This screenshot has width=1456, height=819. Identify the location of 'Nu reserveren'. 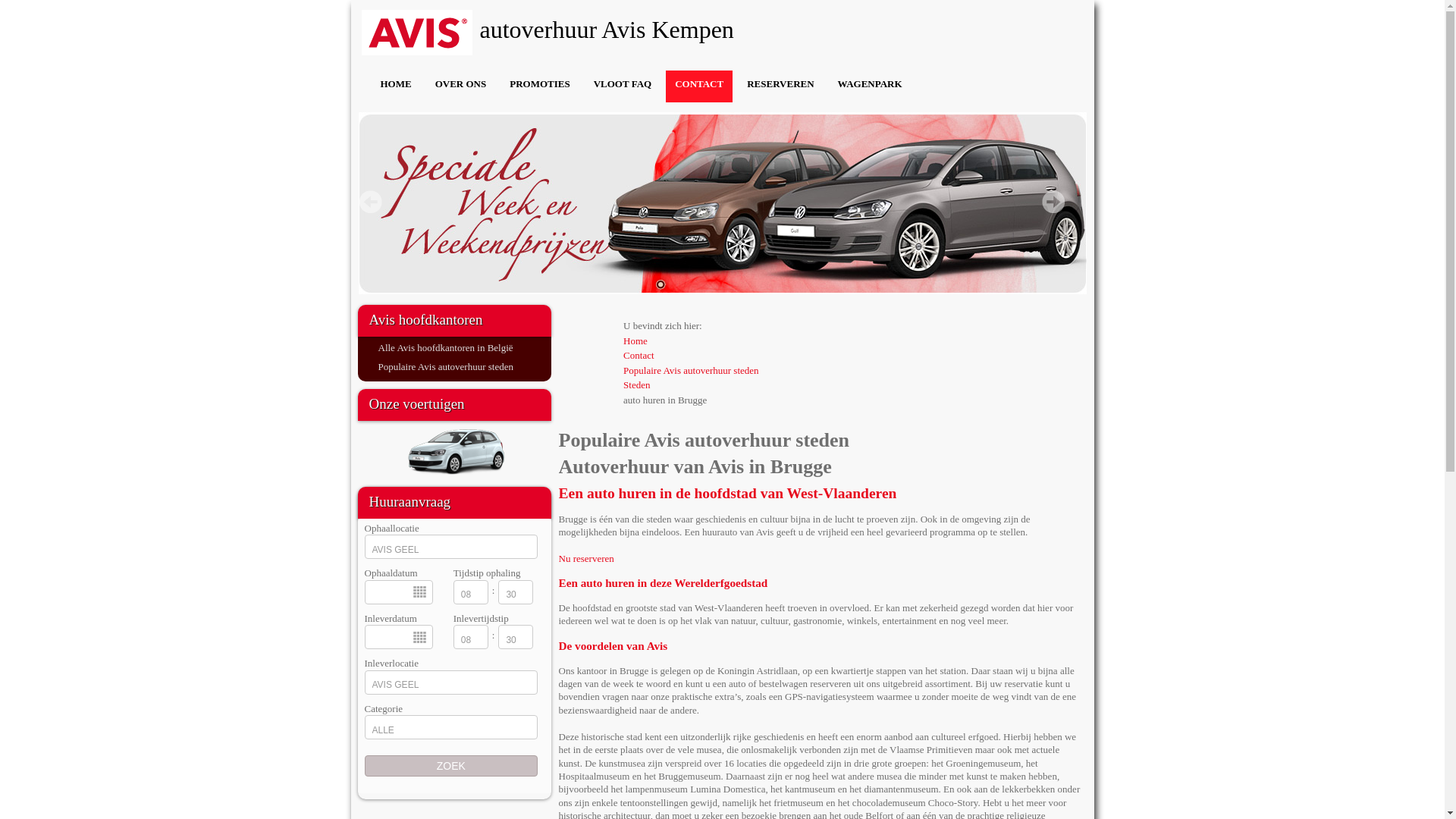
(585, 558).